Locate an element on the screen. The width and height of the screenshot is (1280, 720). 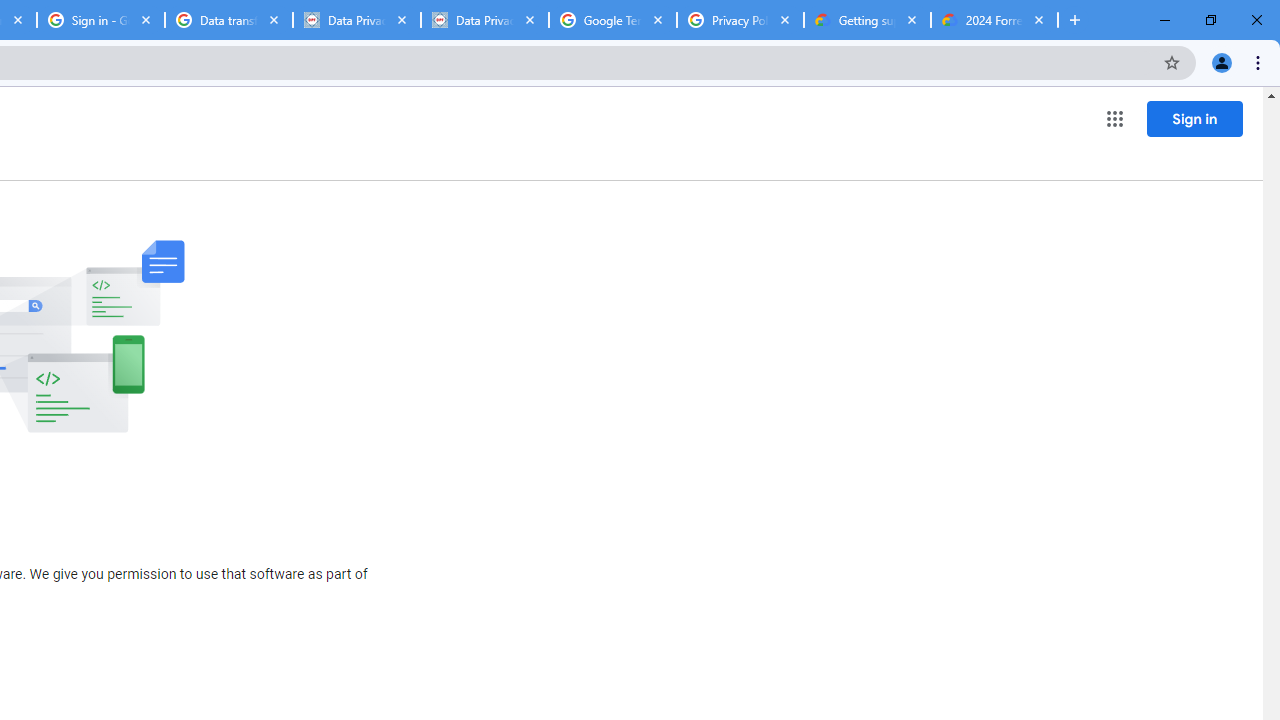
'Sign in - Google Accounts' is located at coordinates (100, 20).